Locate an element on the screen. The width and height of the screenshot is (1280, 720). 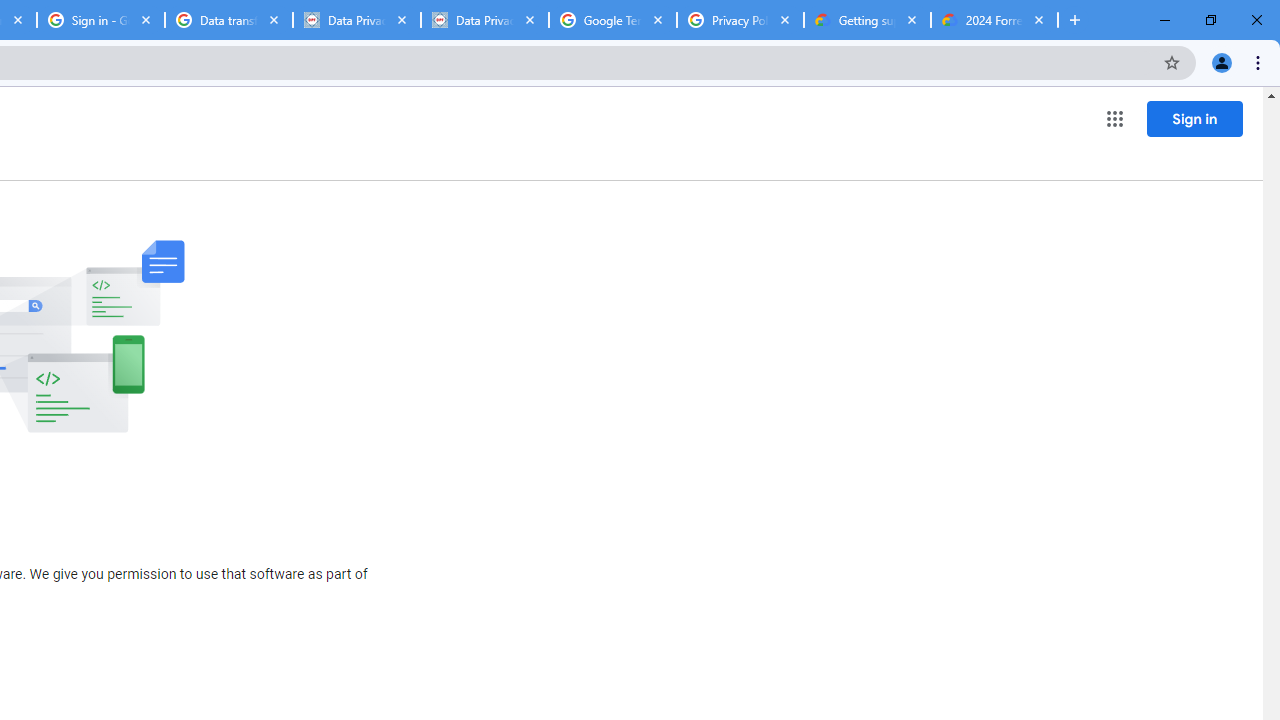
'Sign in - Google Accounts' is located at coordinates (100, 20).